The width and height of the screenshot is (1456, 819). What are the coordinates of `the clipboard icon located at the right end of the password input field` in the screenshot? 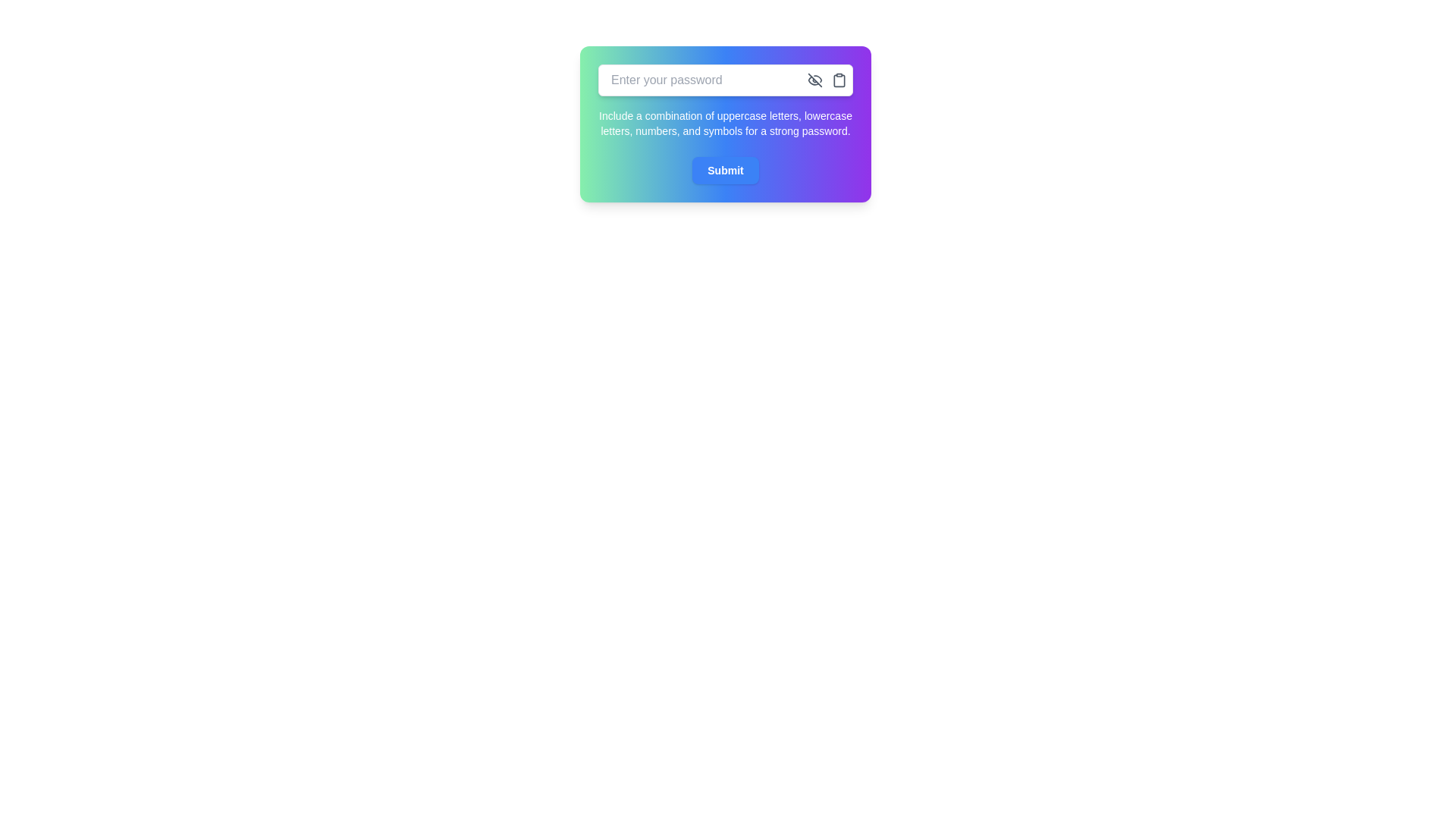 It's located at (839, 80).